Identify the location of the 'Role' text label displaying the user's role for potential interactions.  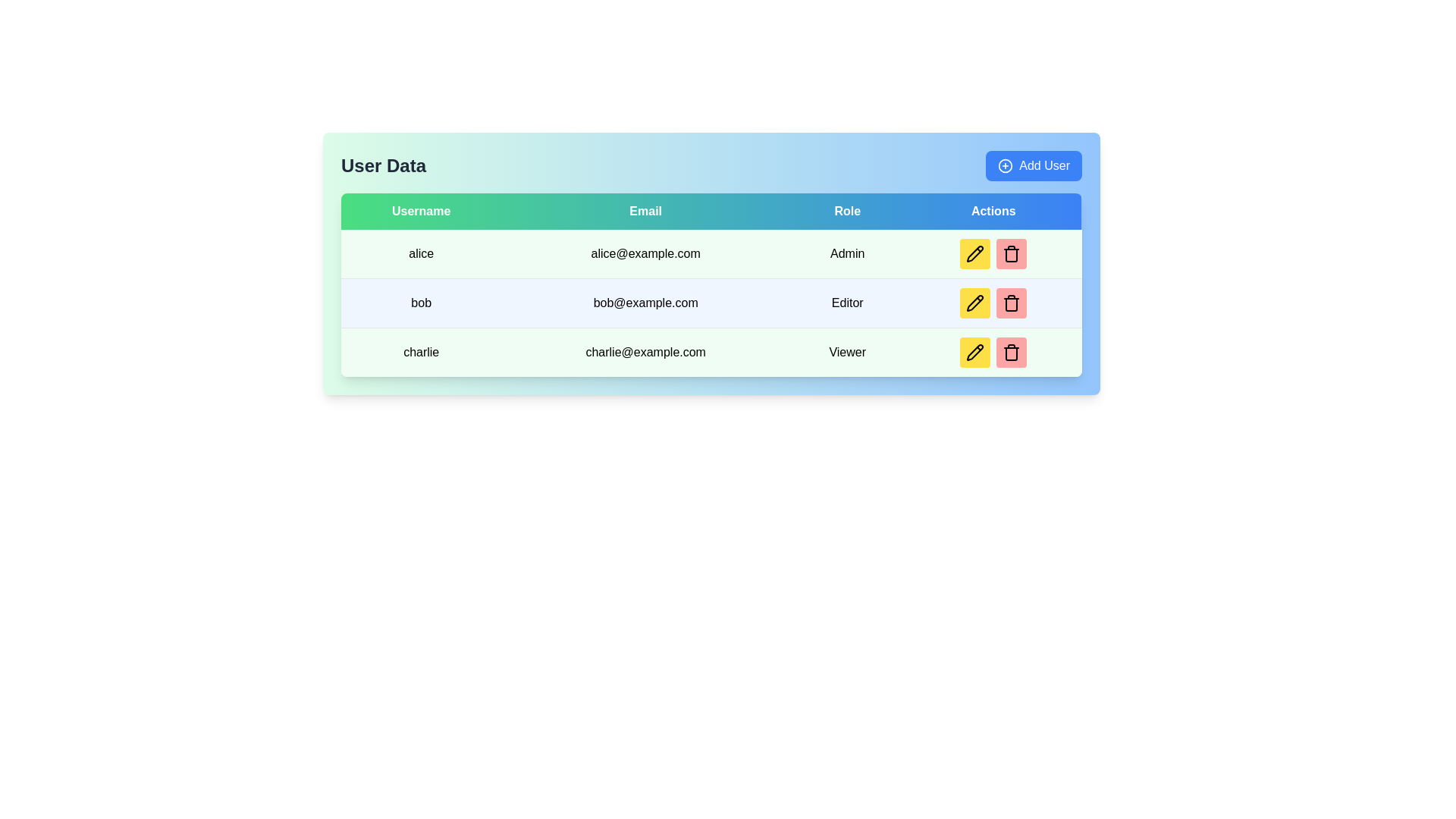
(846, 253).